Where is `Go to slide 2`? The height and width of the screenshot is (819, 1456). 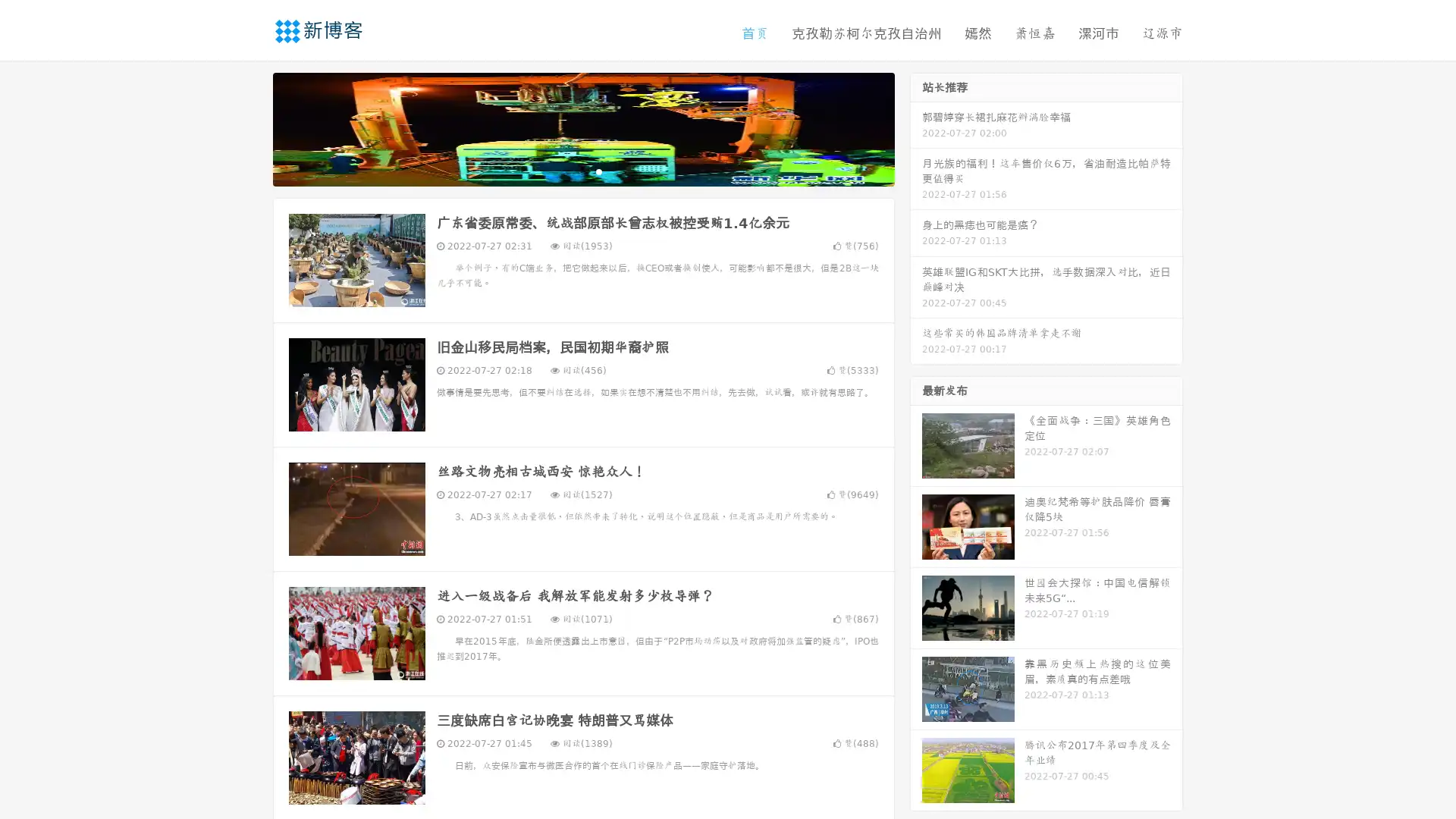
Go to slide 2 is located at coordinates (582, 171).